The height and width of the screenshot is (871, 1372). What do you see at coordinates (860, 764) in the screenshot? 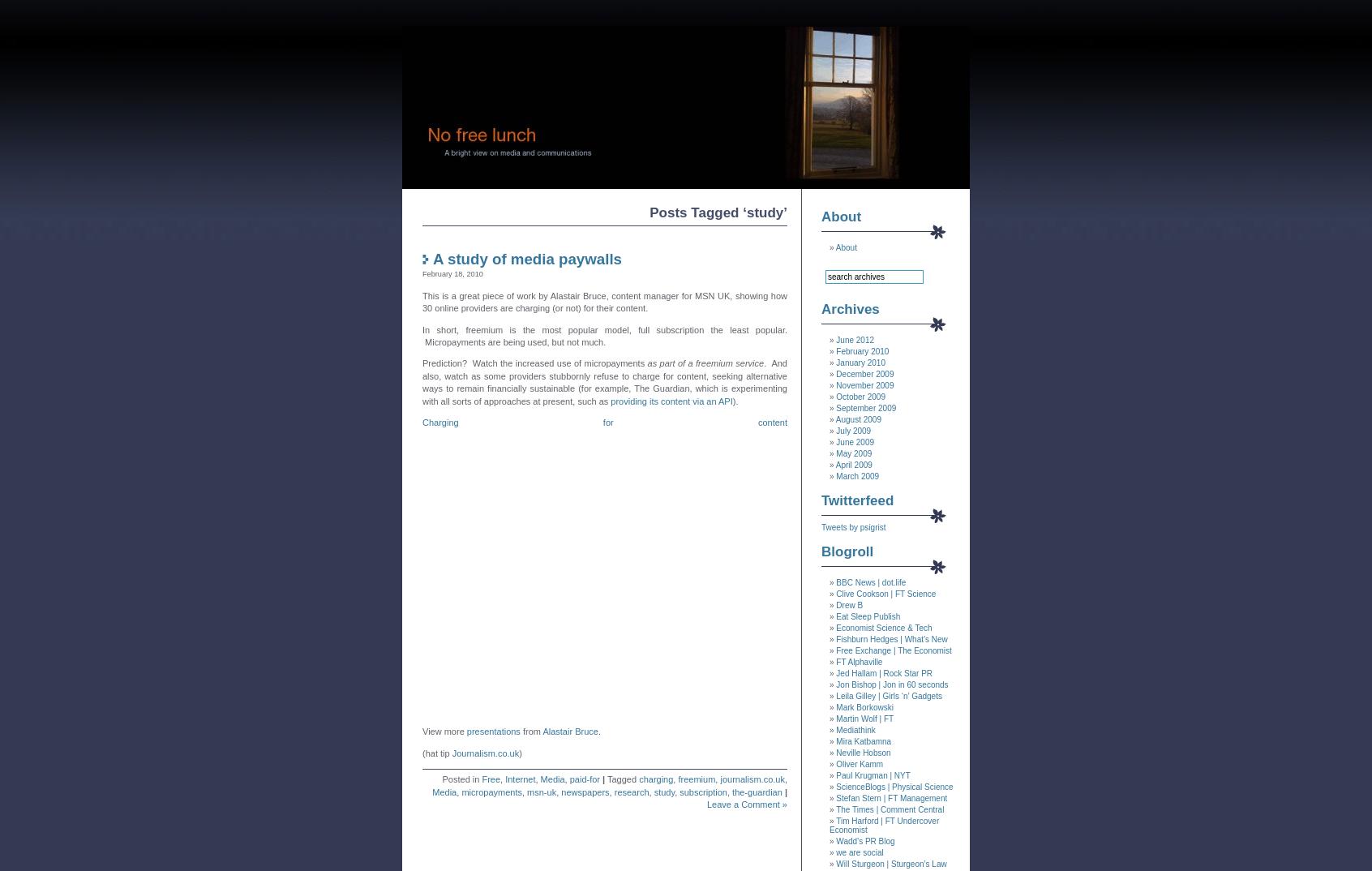
I see `'Oliver Kamm'` at bounding box center [860, 764].